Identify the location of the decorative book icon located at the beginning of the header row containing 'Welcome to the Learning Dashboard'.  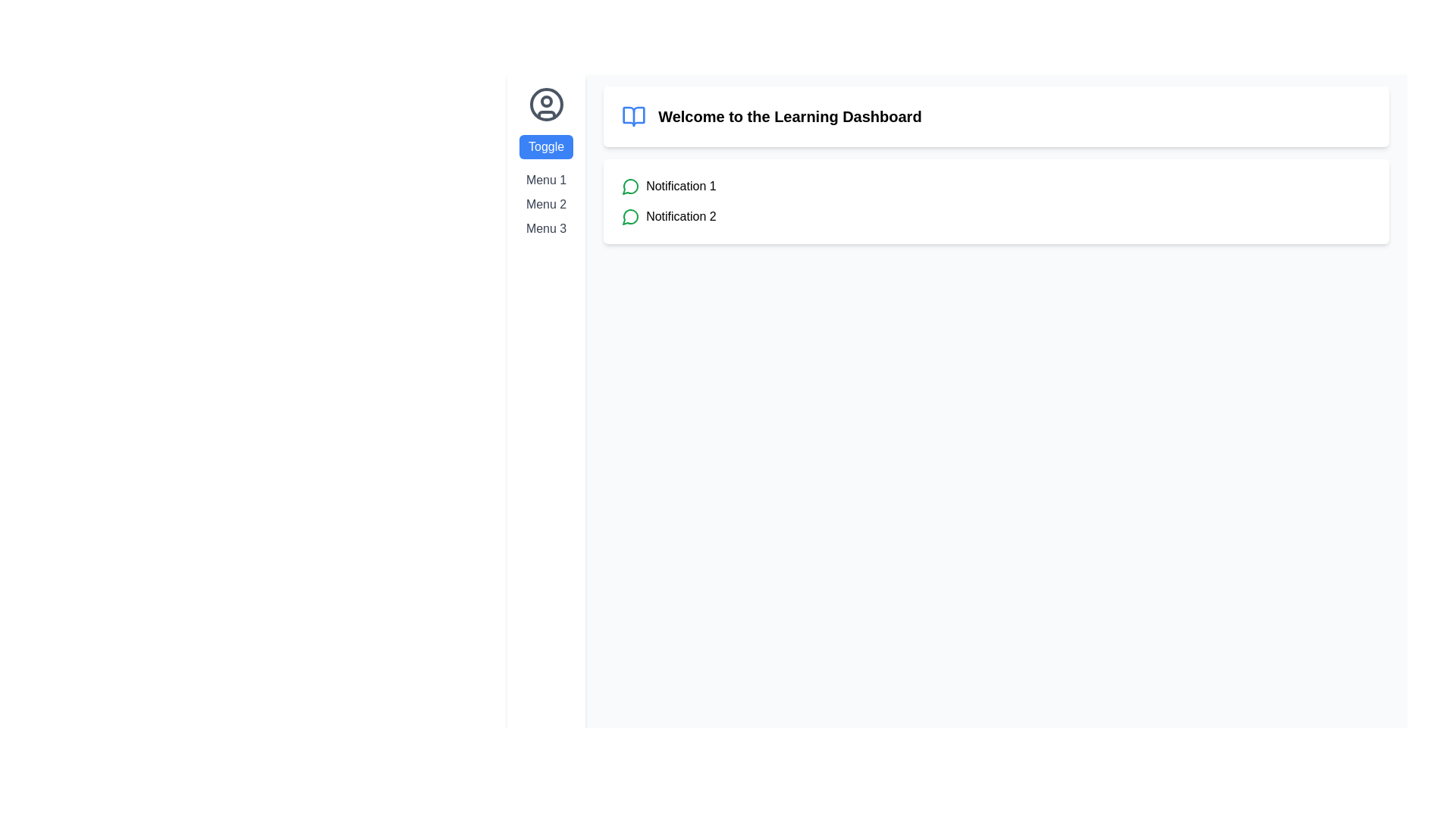
(634, 116).